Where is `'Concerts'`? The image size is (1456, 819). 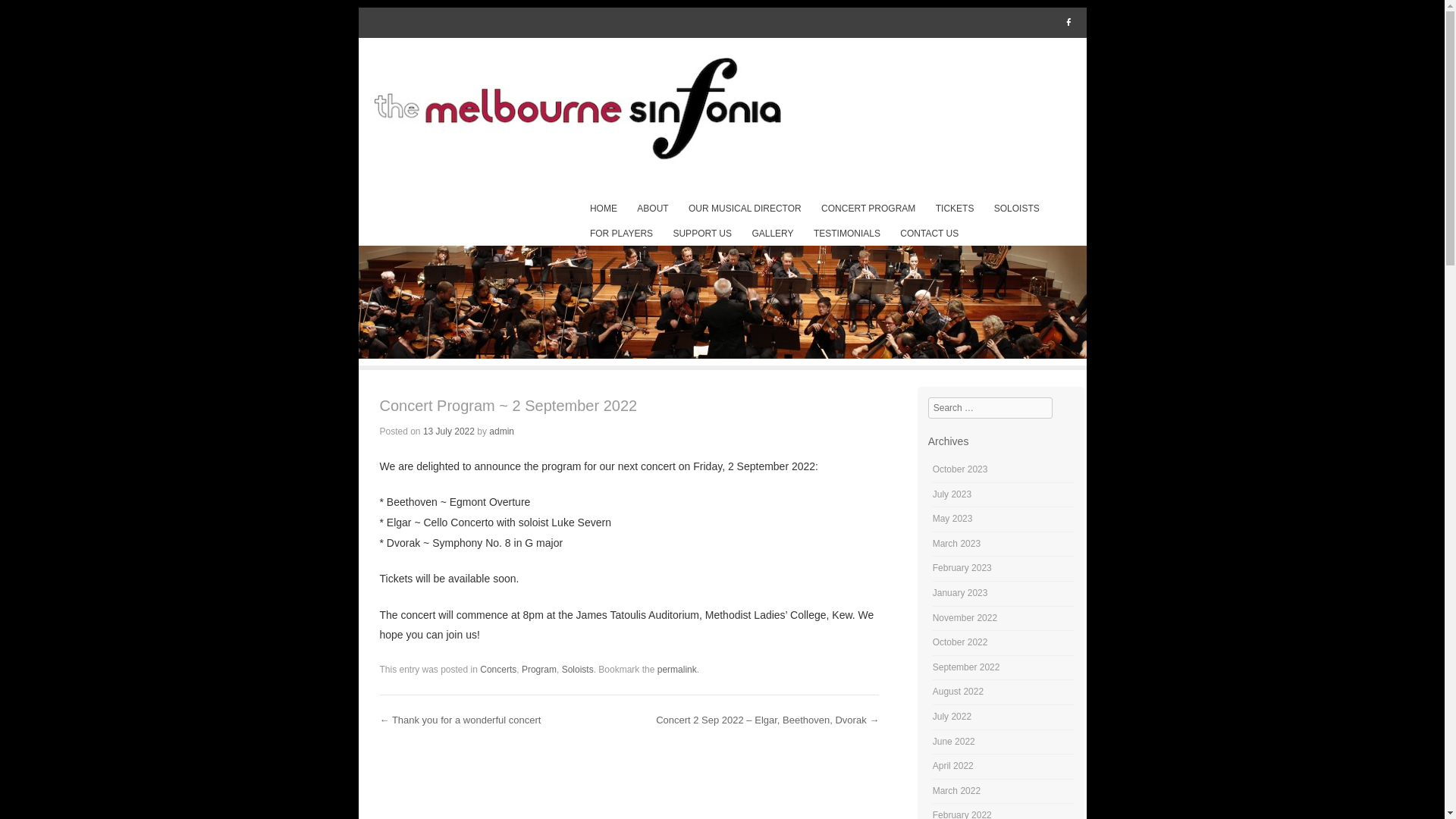 'Concerts' is located at coordinates (479, 669).